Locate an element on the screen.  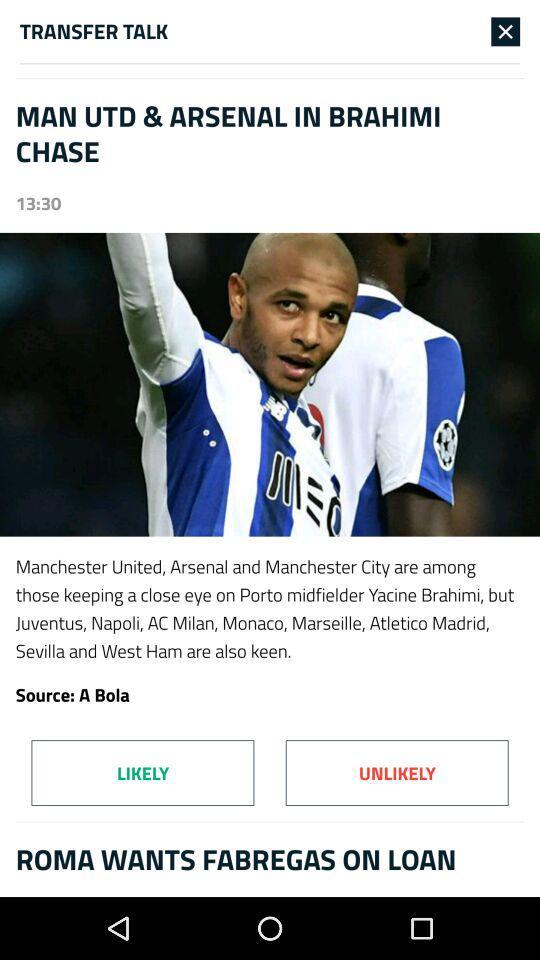
unlikely item is located at coordinates (397, 772).